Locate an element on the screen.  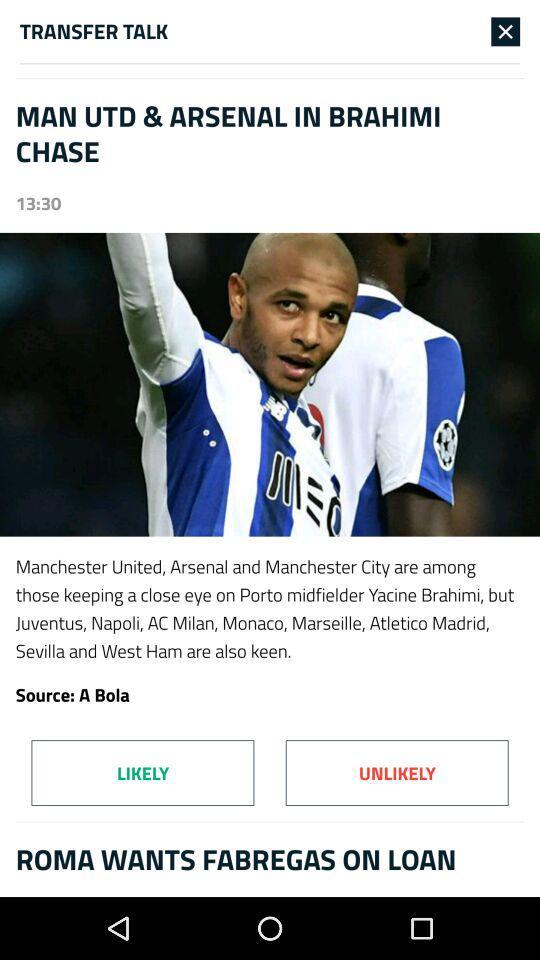
unlikely item is located at coordinates (397, 772).